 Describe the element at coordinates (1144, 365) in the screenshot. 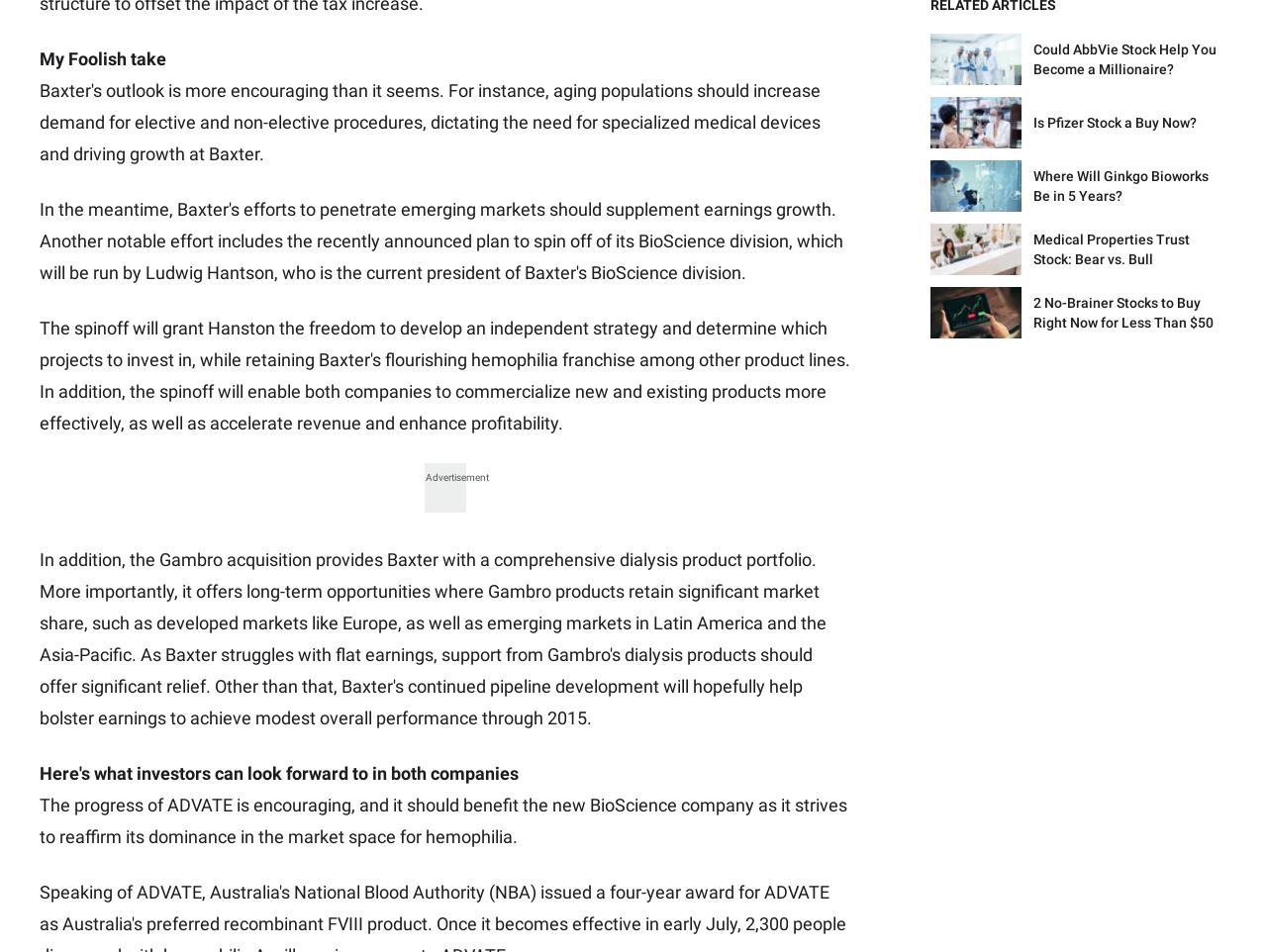

I see `'Motley Fool Asset Management'` at that location.